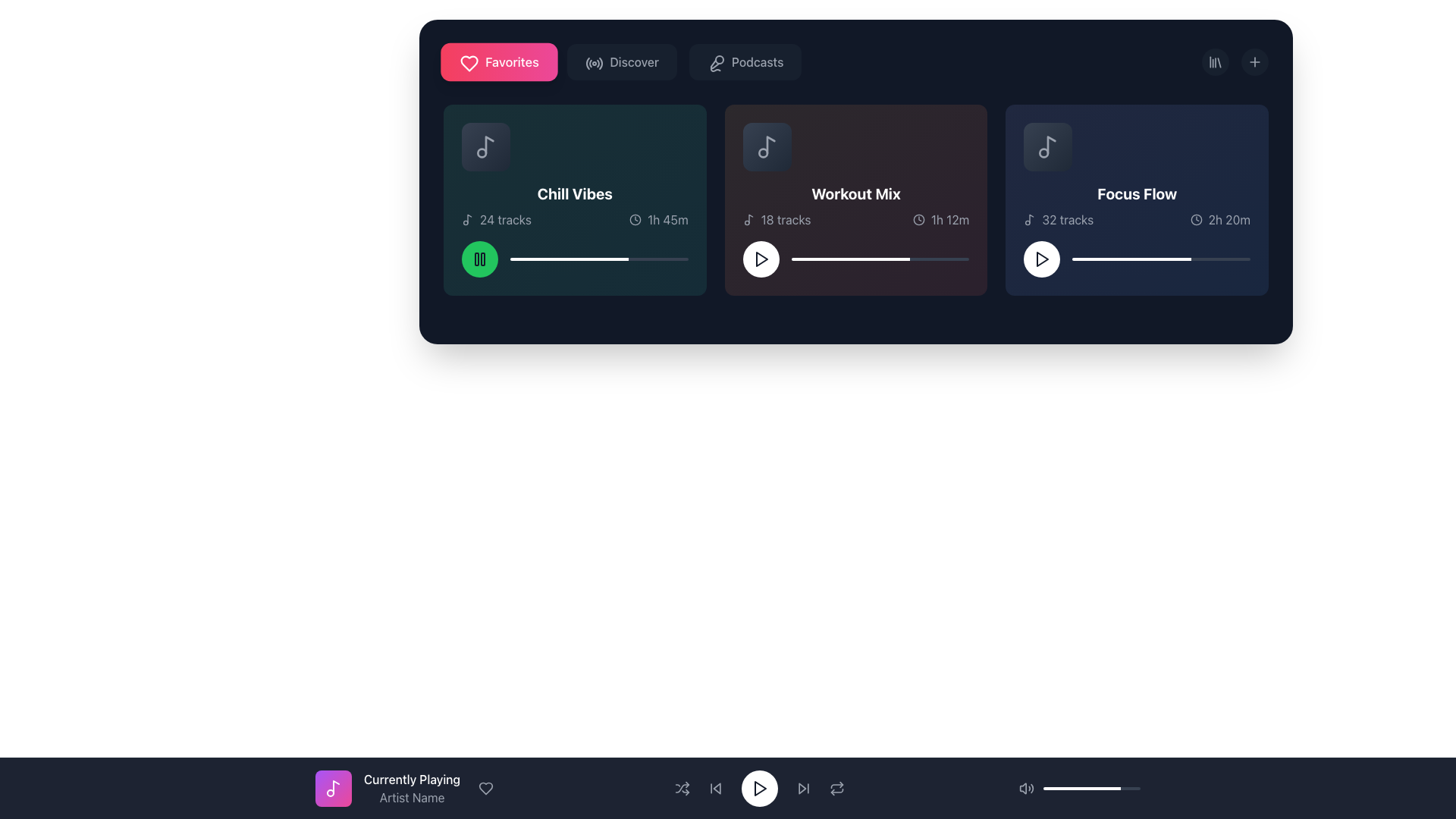  Describe the element at coordinates (1195, 219) in the screenshot. I see `the Clock icon located next to the text '2h 20m' within the 'Focus Flow' playlist card` at that location.